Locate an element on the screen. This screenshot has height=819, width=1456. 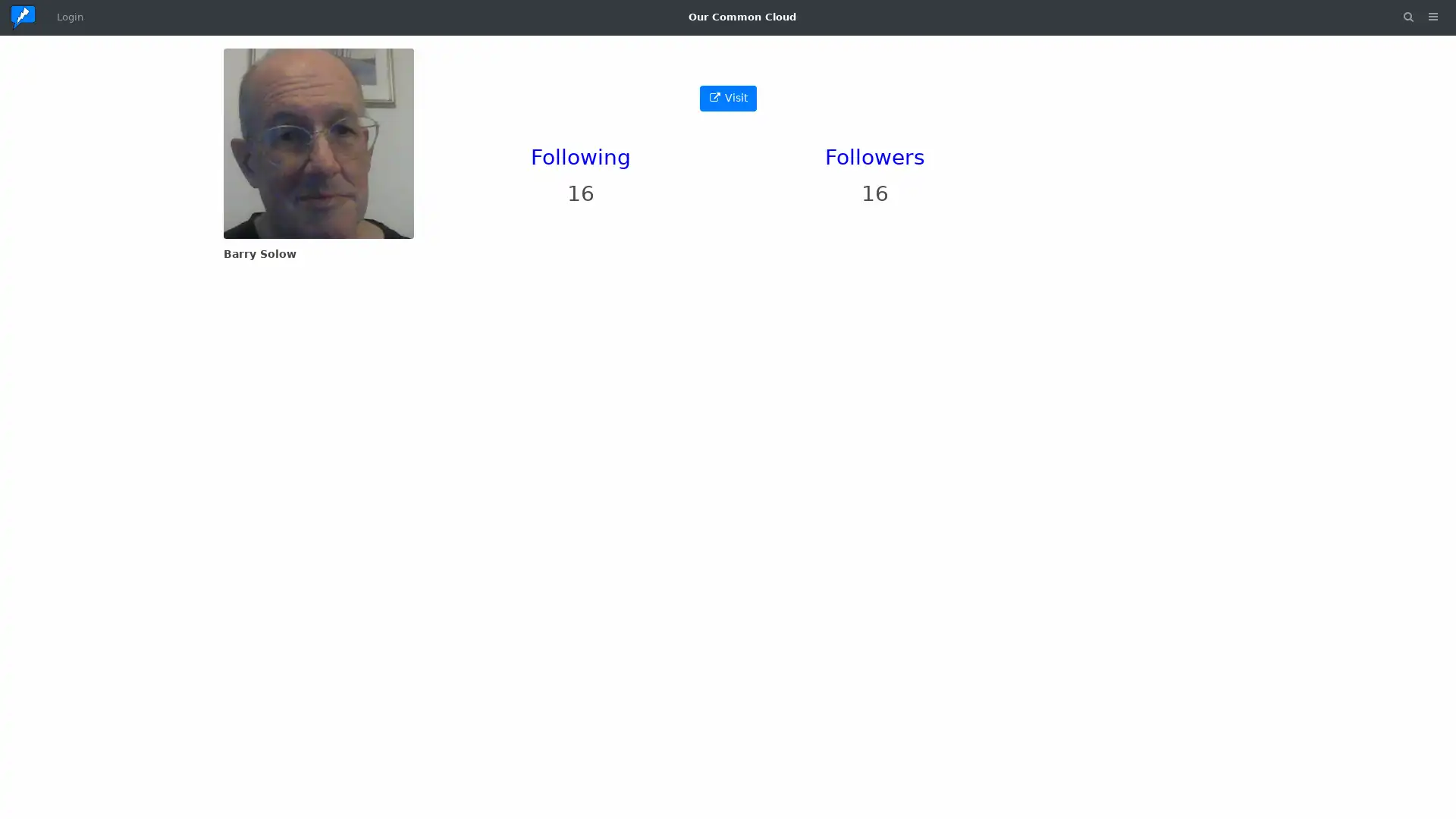
Visit is located at coordinates (726, 98).